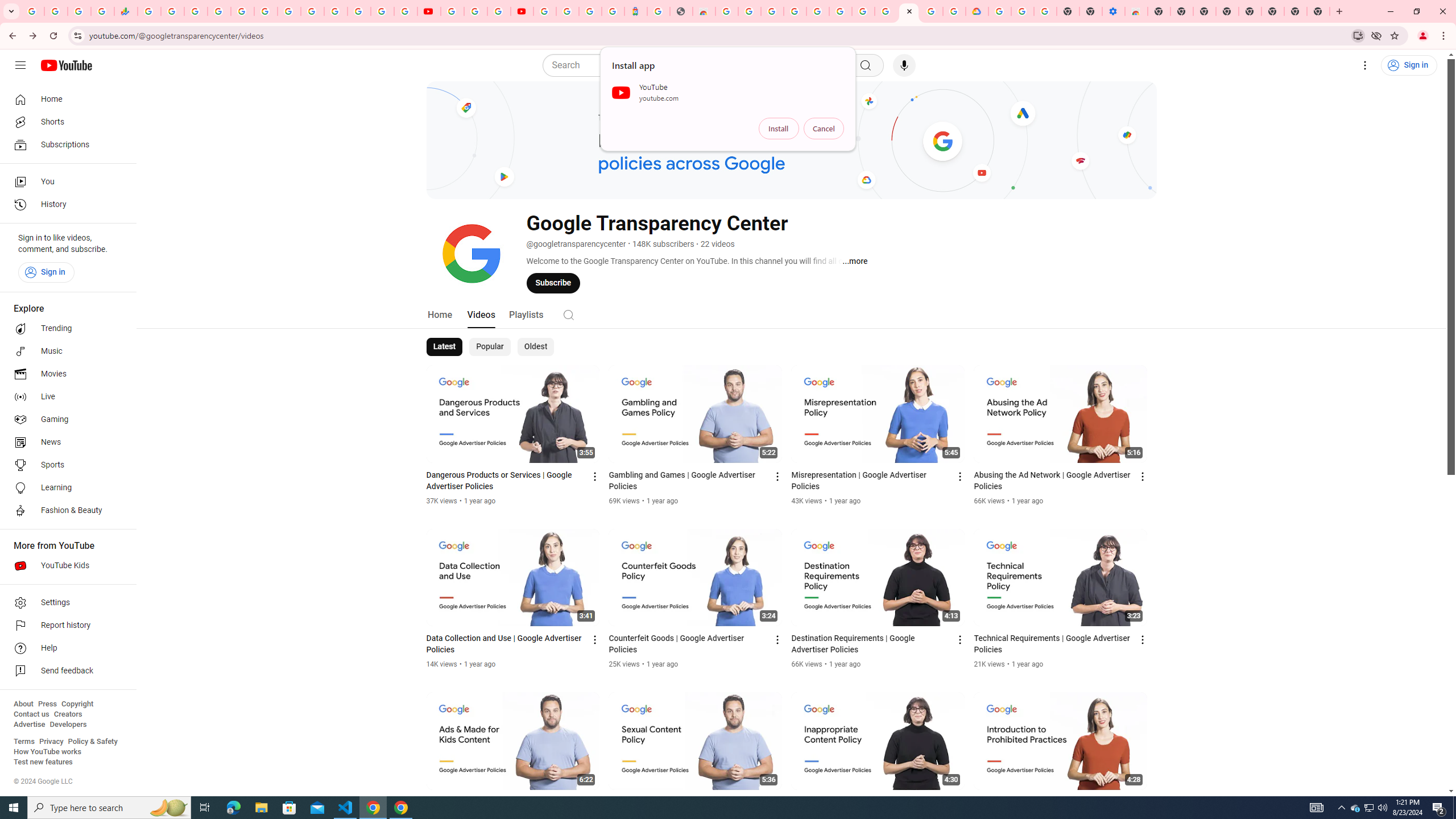 The height and width of the screenshot is (819, 1456). I want to click on 'Create your Google Account', so click(498, 11).